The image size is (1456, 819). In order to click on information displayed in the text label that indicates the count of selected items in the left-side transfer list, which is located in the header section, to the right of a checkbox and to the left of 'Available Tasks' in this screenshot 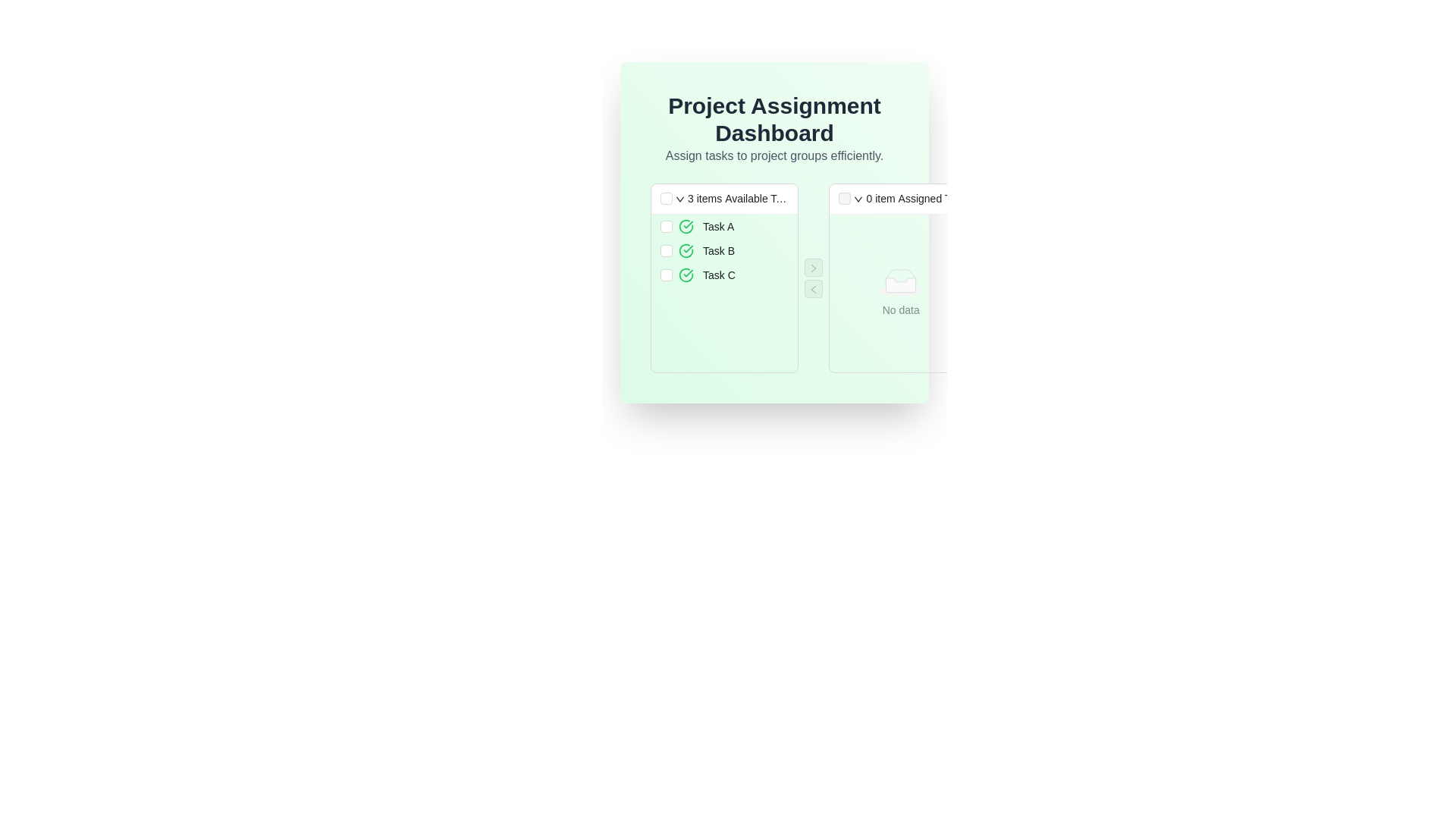, I will do `click(704, 198)`.